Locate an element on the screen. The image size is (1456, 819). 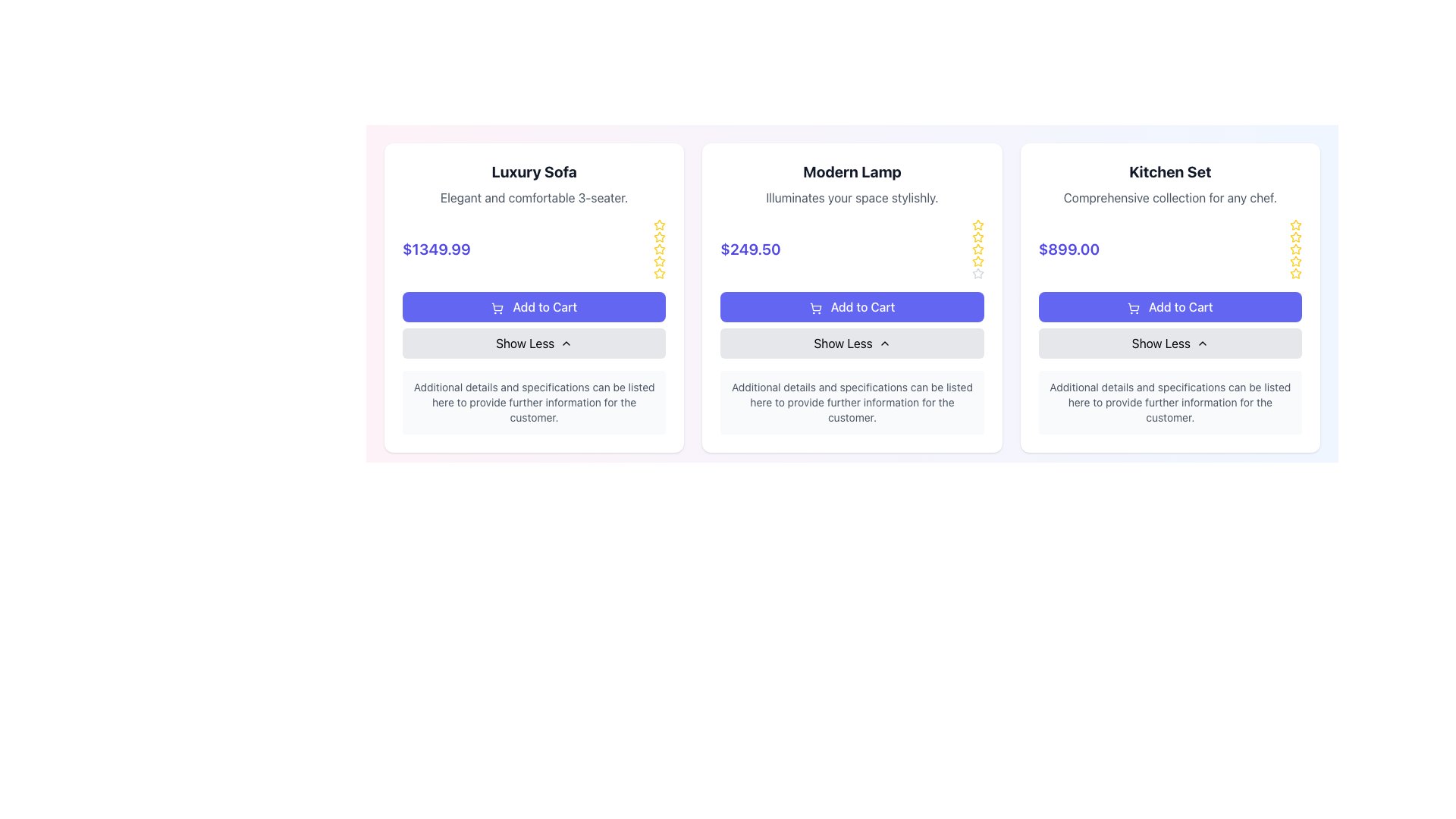
the shopping cart icon located within the 'Add to Cart' button of the third card for the 'Kitchen Set' product is located at coordinates (1133, 307).